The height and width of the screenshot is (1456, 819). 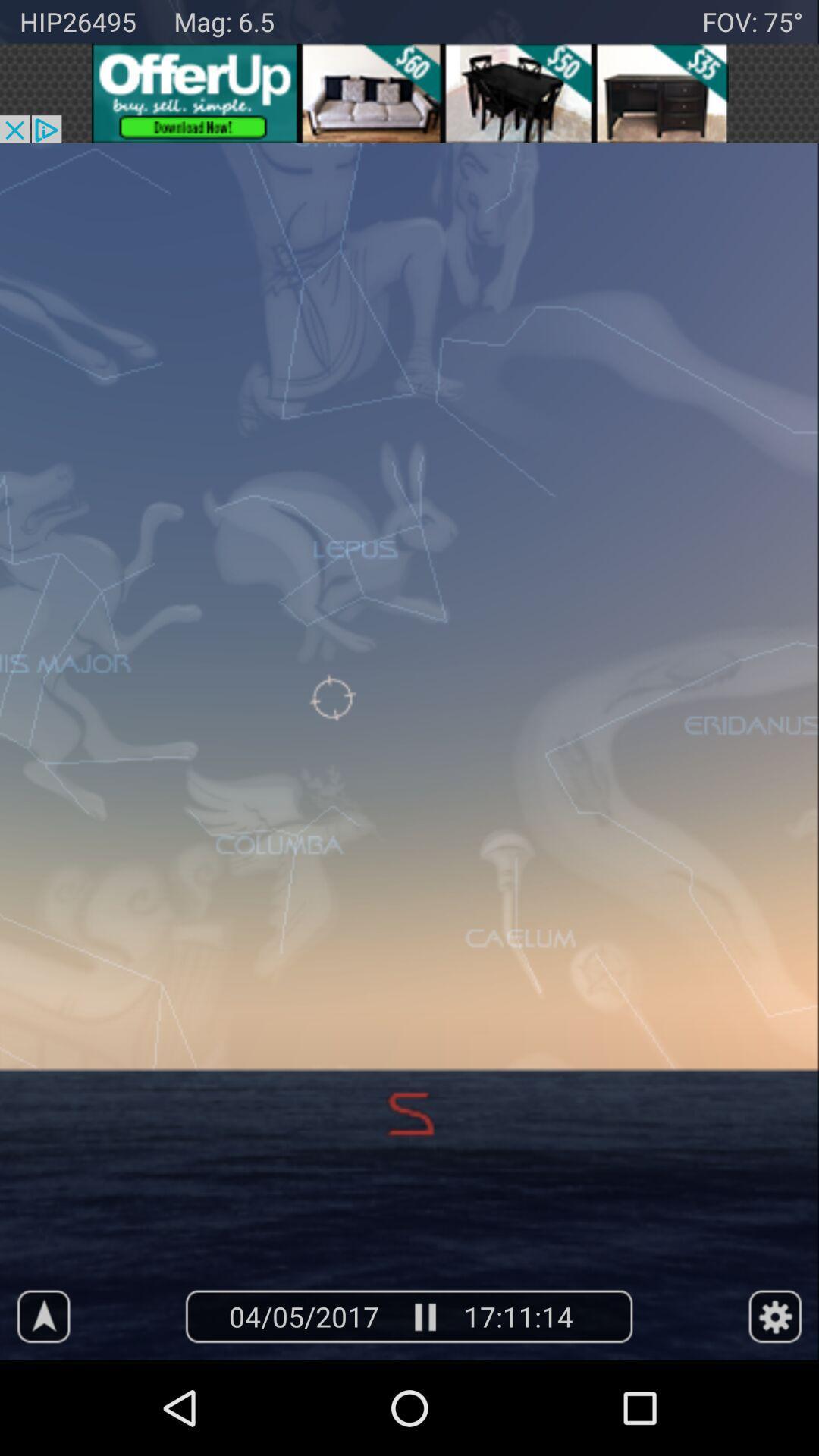 What do you see at coordinates (424, 1316) in the screenshot?
I see `pause` at bounding box center [424, 1316].